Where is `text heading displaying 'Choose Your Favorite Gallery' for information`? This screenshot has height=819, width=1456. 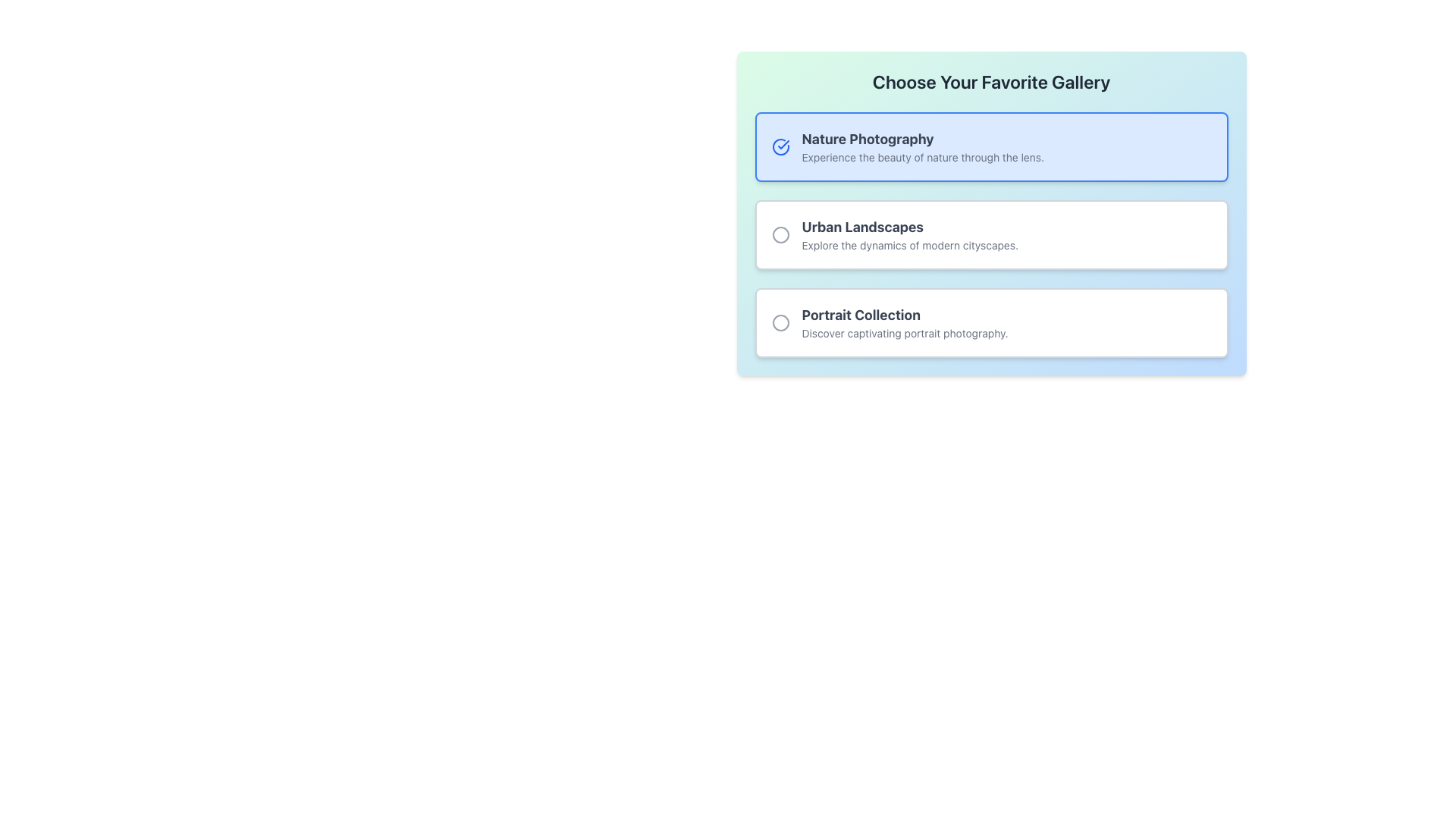 text heading displaying 'Choose Your Favorite Gallery' for information is located at coordinates (991, 82).